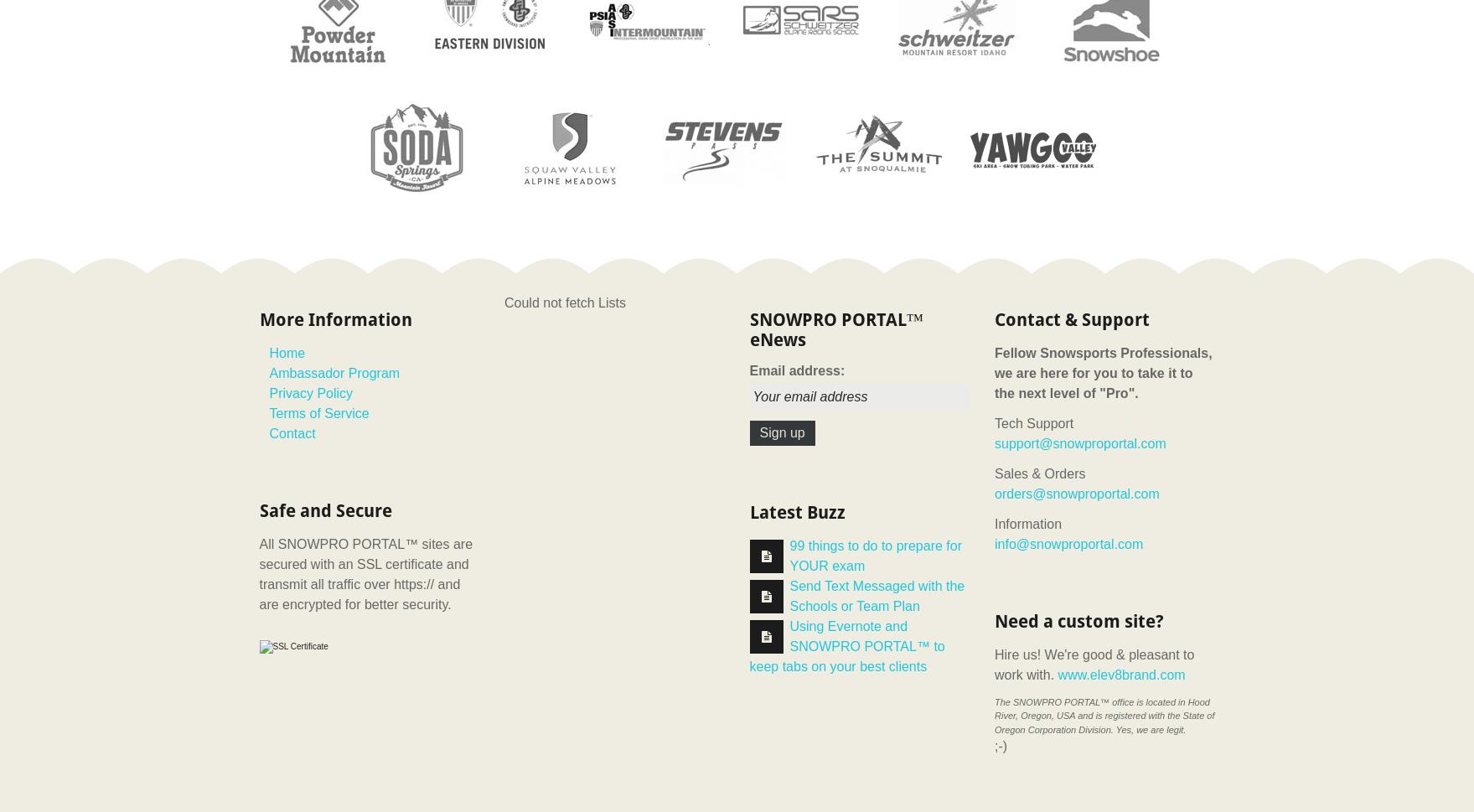 This screenshot has width=1474, height=812. What do you see at coordinates (835, 328) in the screenshot?
I see `'SNOWPRO PORTAL™ eNews'` at bounding box center [835, 328].